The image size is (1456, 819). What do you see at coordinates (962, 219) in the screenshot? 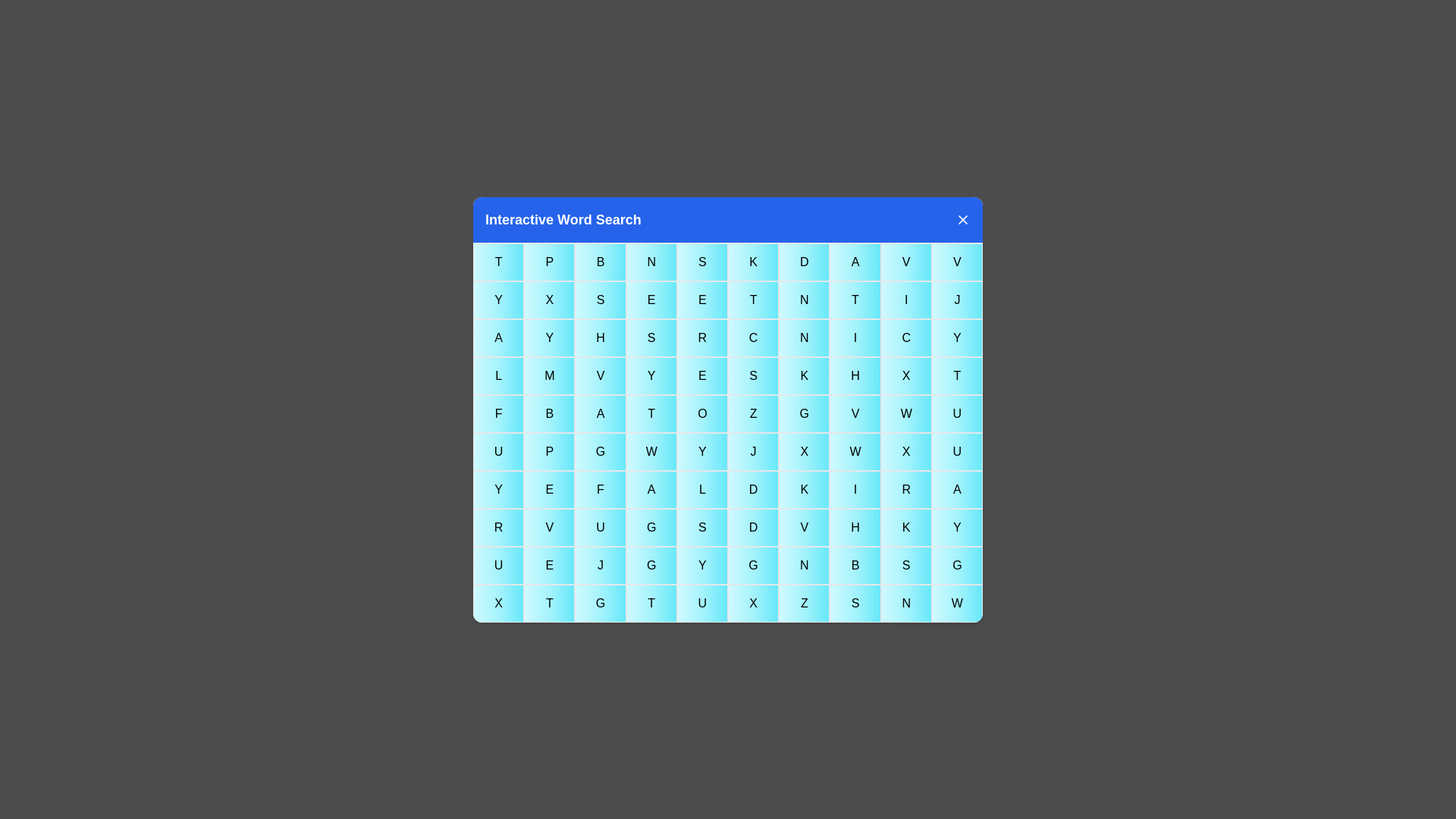
I see `close button to close the dialog` at bounding box center [962, 219].